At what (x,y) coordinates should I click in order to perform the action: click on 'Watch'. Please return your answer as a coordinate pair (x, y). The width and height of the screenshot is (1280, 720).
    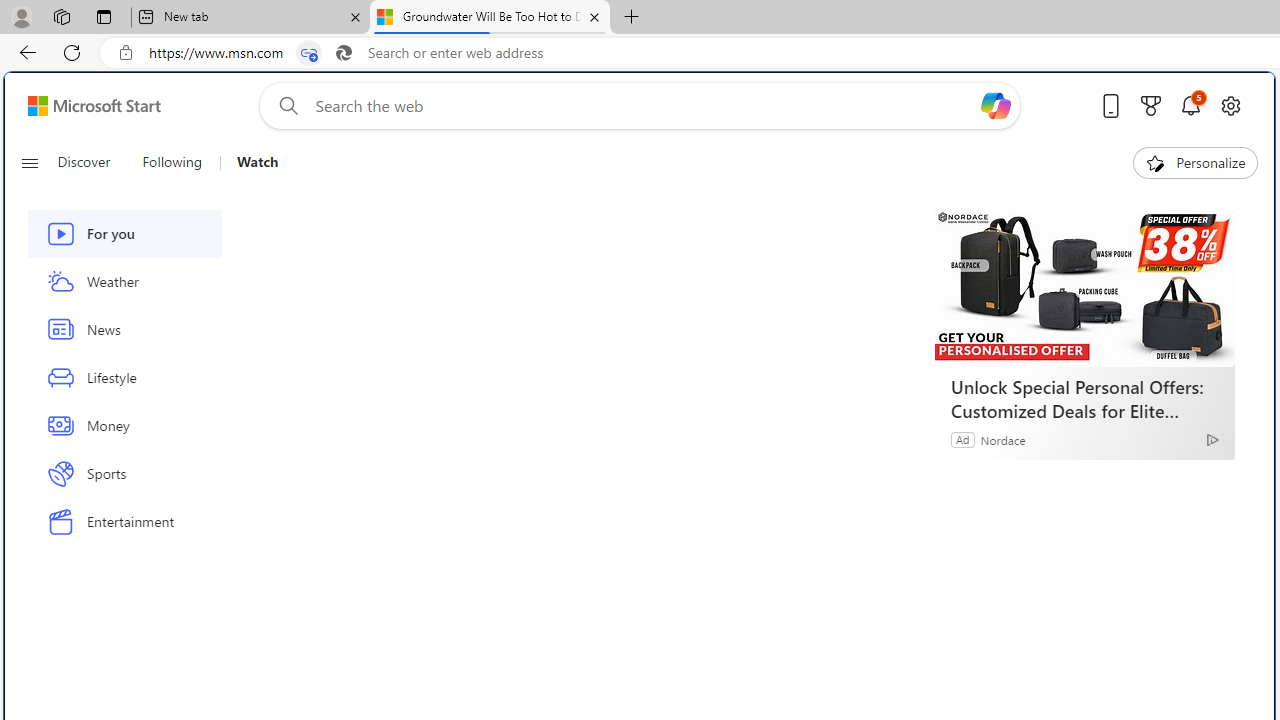
    Looking at the image, I should click on (248, 162).